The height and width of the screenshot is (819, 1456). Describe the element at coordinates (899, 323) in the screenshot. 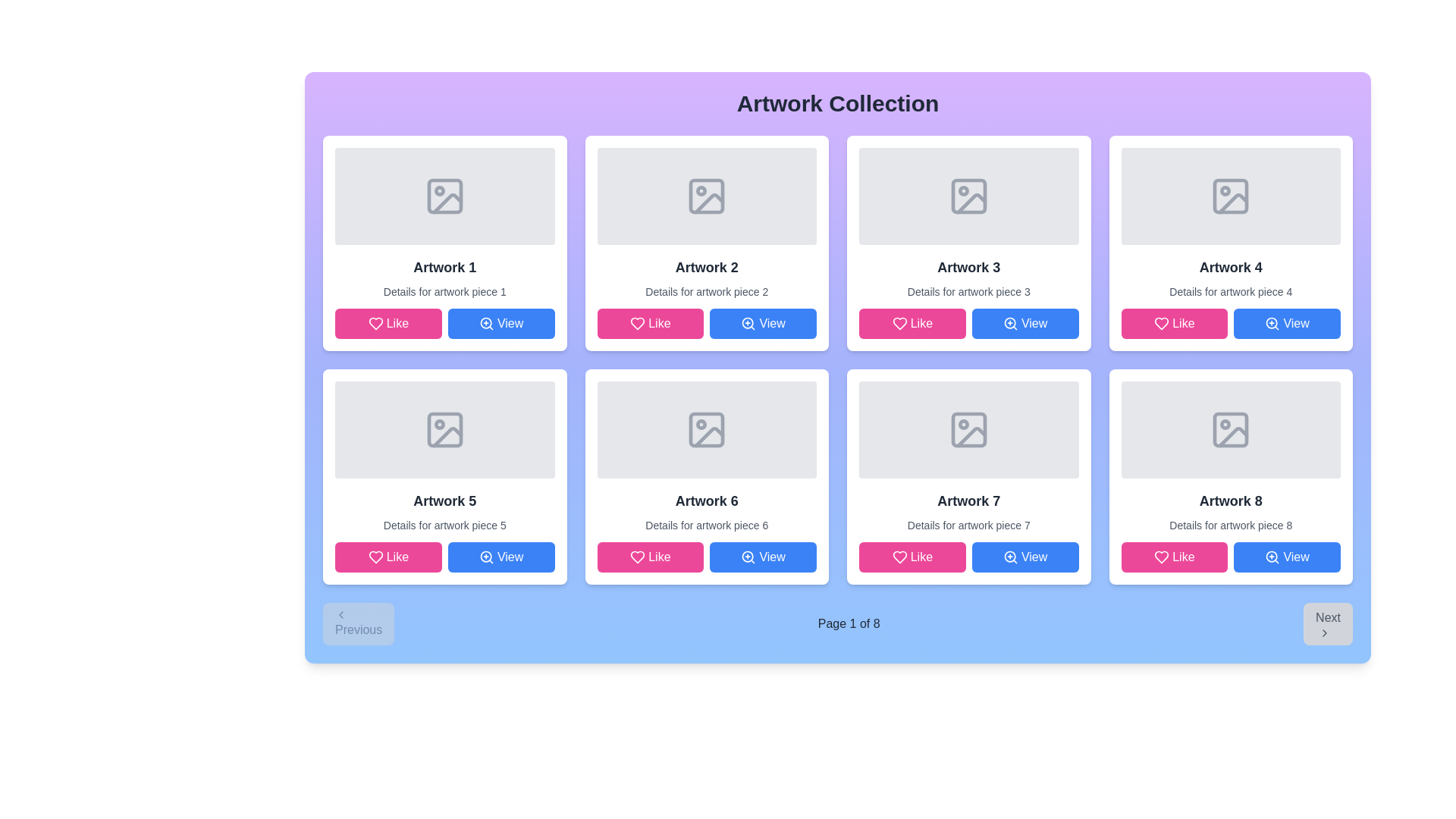

I see `the heart-shaped 'Like' icon with a pink outline located to the left of the 'Like' text within the pink button in the first row, third column of the interface grid layout` at that location.